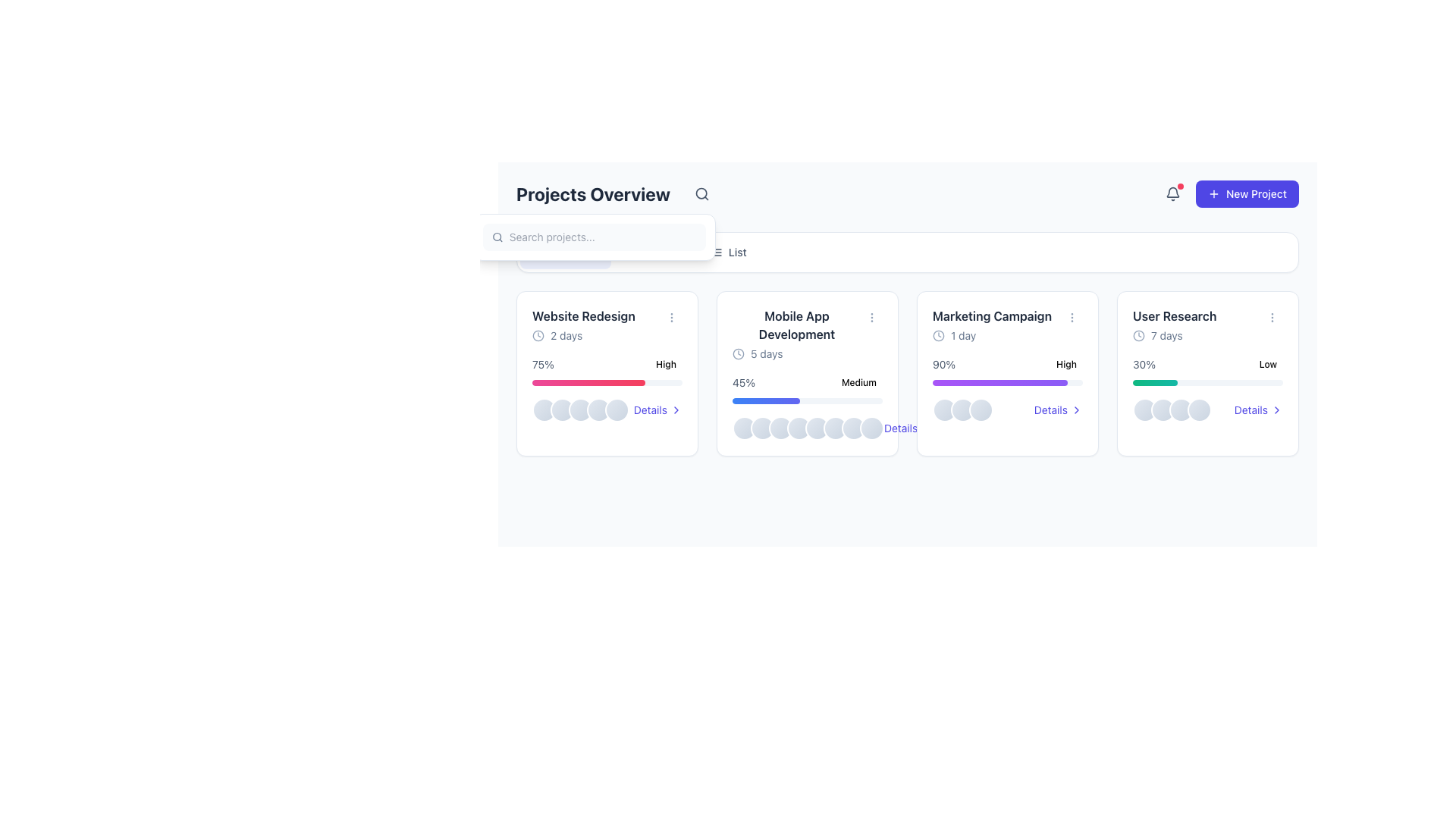 Image resolution: width=1456 pixels, height=819 pixels. Describe the element at coordinates (607, 382) in the screenshot. I see `the horizontal progress bar located under the 'Website Redesign' heading, which has a light gray background and a gradient filled portion transitioning from pink to rose` at that location.